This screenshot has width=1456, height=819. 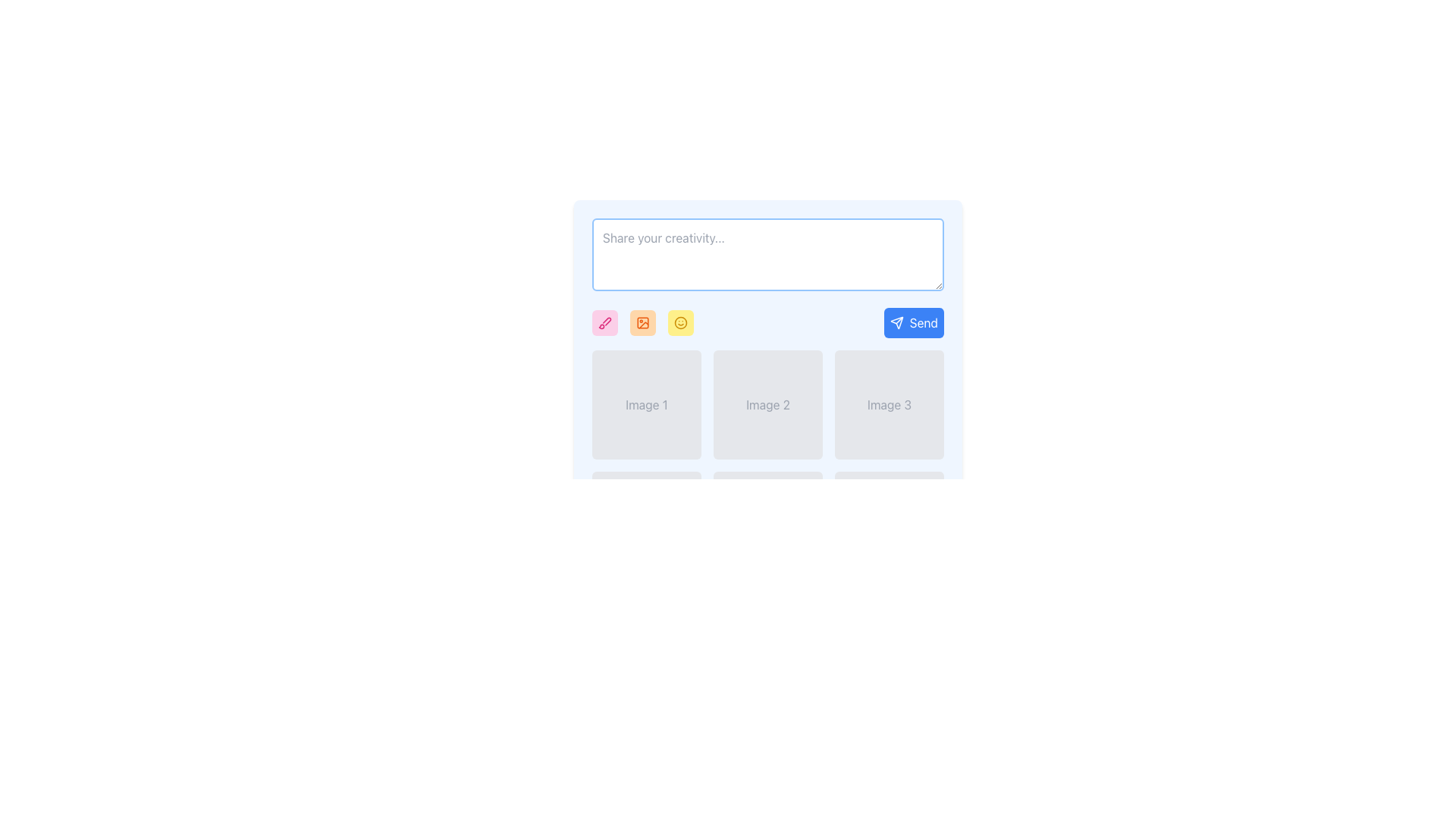 I want to click on the second button in the horizontal row of three buttons, which has a rounded rectangle shape with an orange background and an image-related icon, so click(x=643, y=322).